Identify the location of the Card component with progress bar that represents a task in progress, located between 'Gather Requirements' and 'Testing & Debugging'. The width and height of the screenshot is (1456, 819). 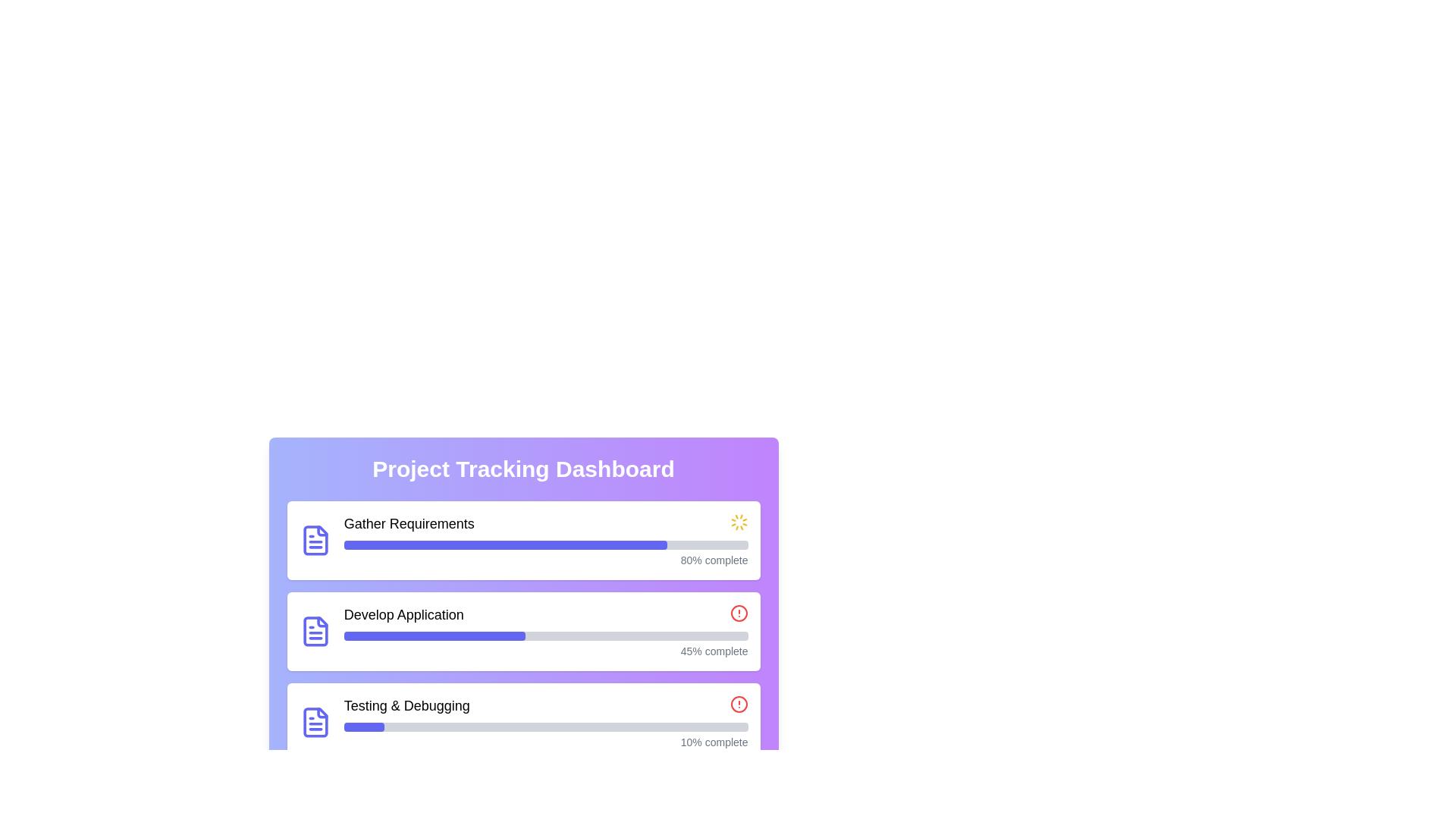
(523, 632).